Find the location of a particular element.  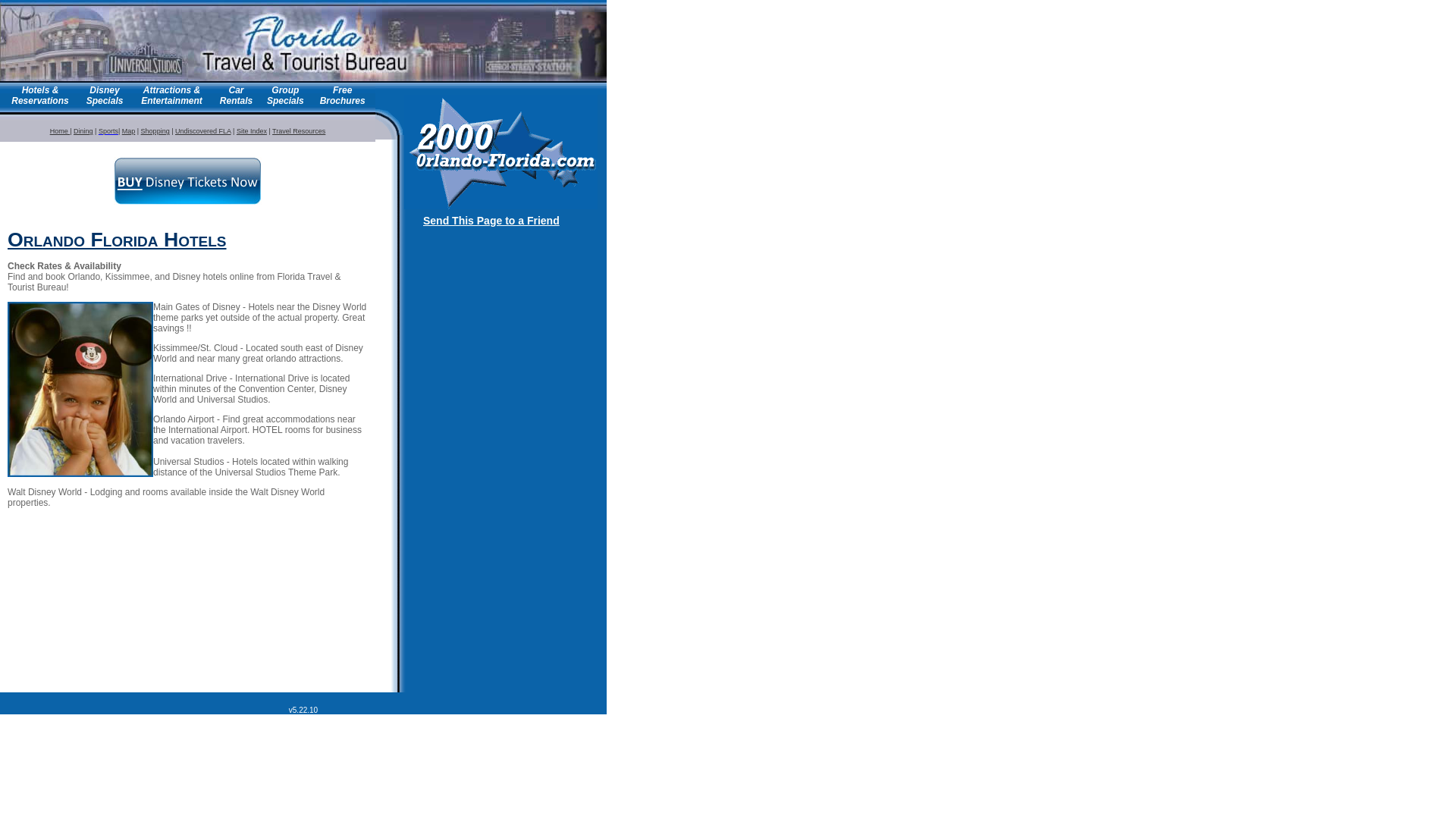

'Shopping' is located at coordinates (155, 130).